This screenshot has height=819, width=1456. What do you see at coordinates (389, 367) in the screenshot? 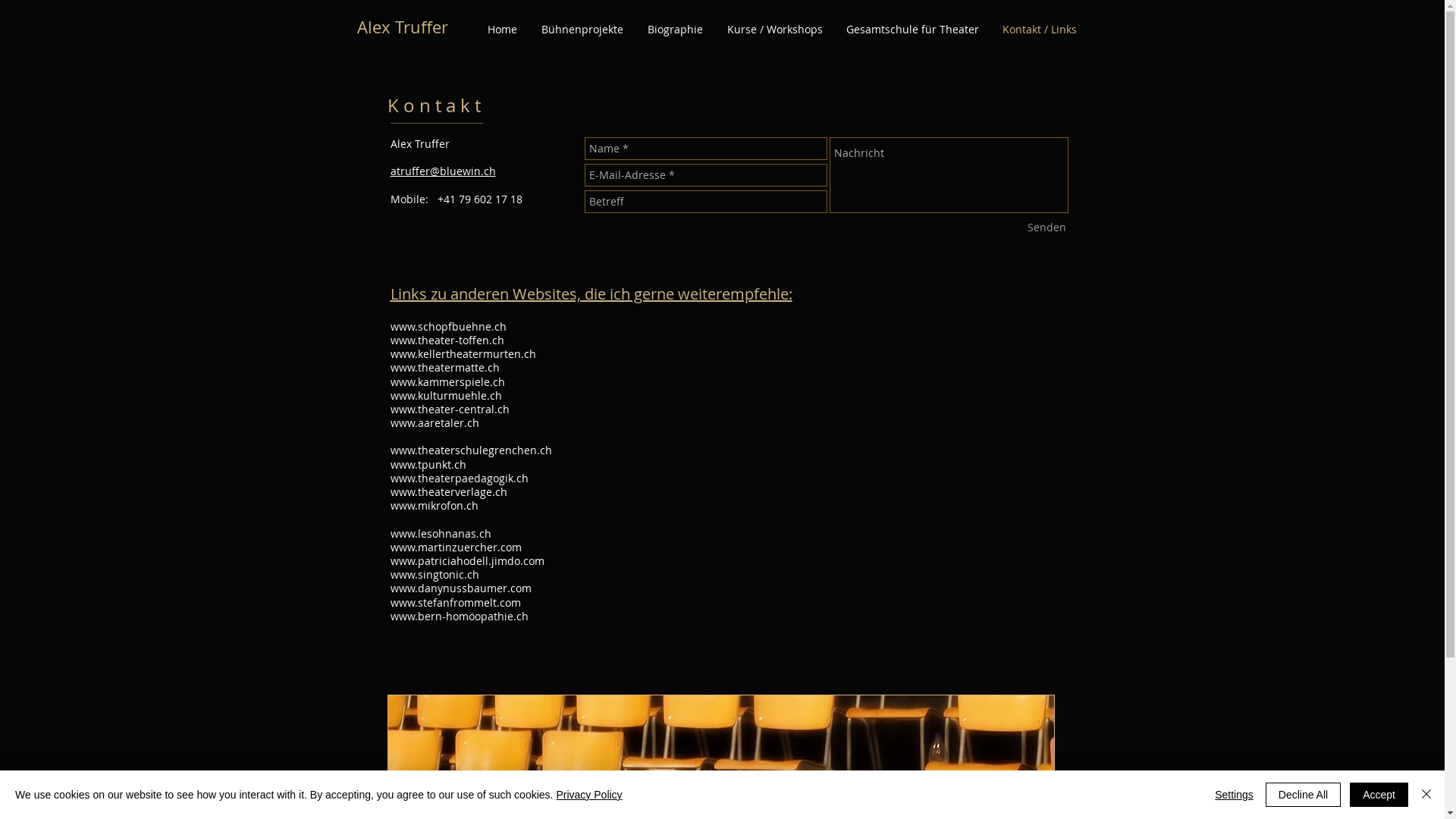
I see `'www.theatermatte.ch'` at bounding box center [389, 367].